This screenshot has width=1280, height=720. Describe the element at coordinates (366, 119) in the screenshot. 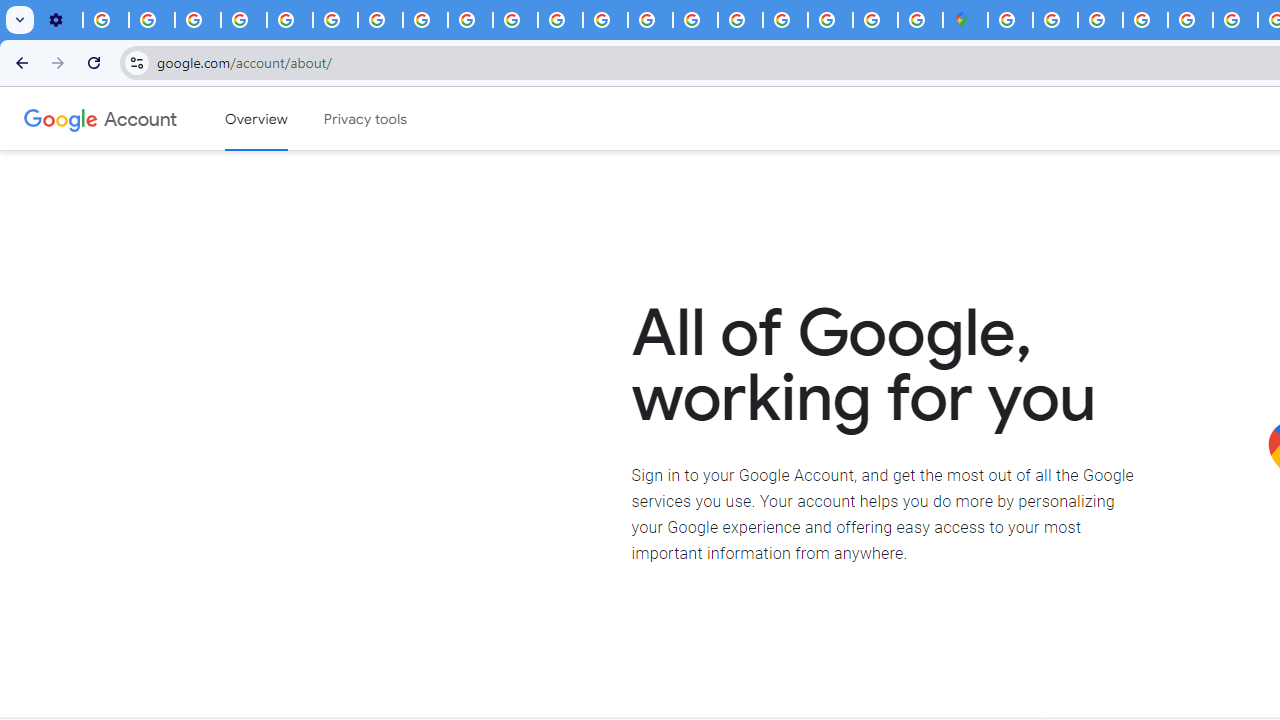

I see `'Privacy tools'` at that location.